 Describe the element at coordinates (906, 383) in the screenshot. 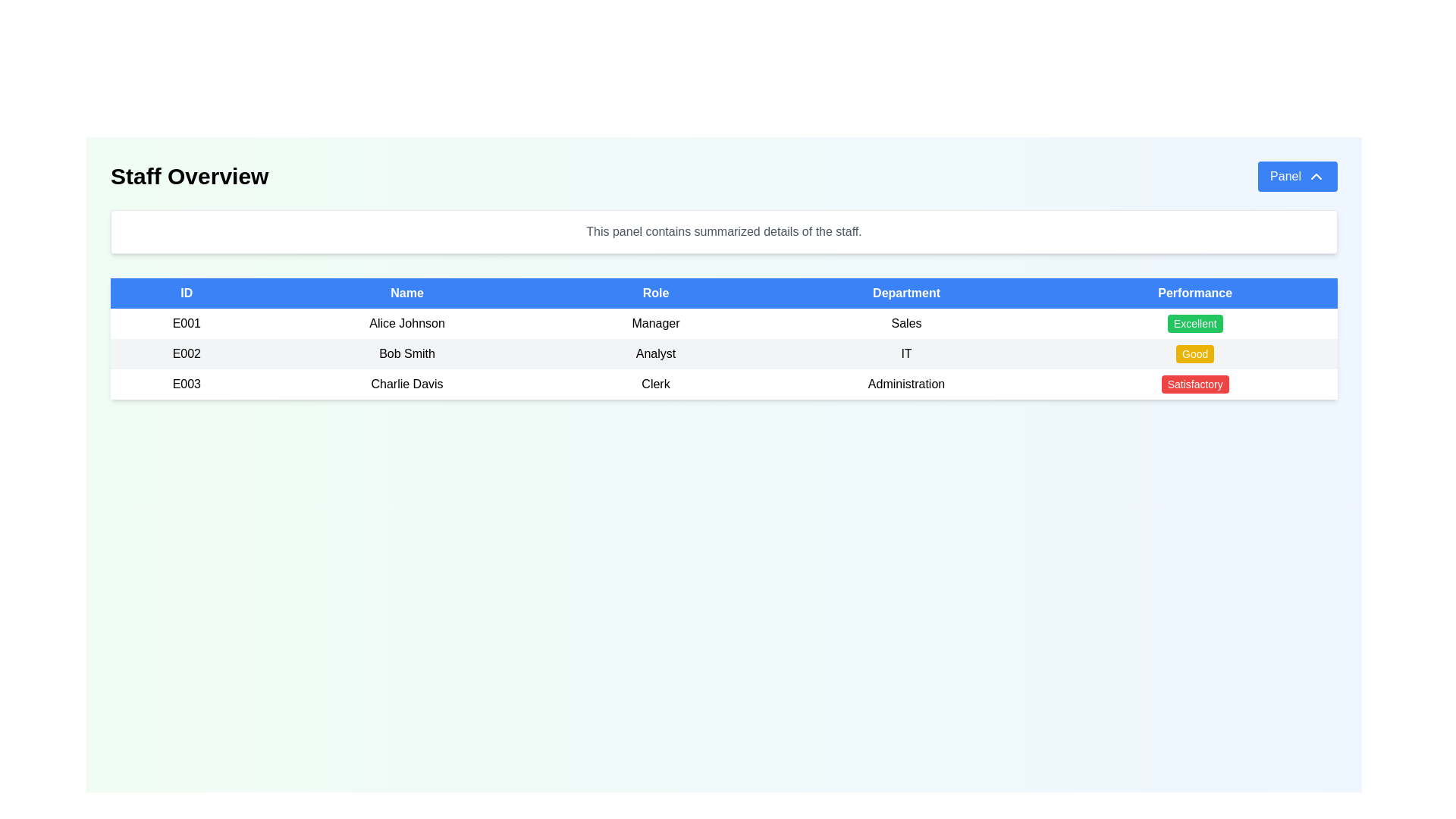

I see `the static text field displaying 'Administration' in the 'Department' column of the third row in the 'Staff Overview' table` at that location.